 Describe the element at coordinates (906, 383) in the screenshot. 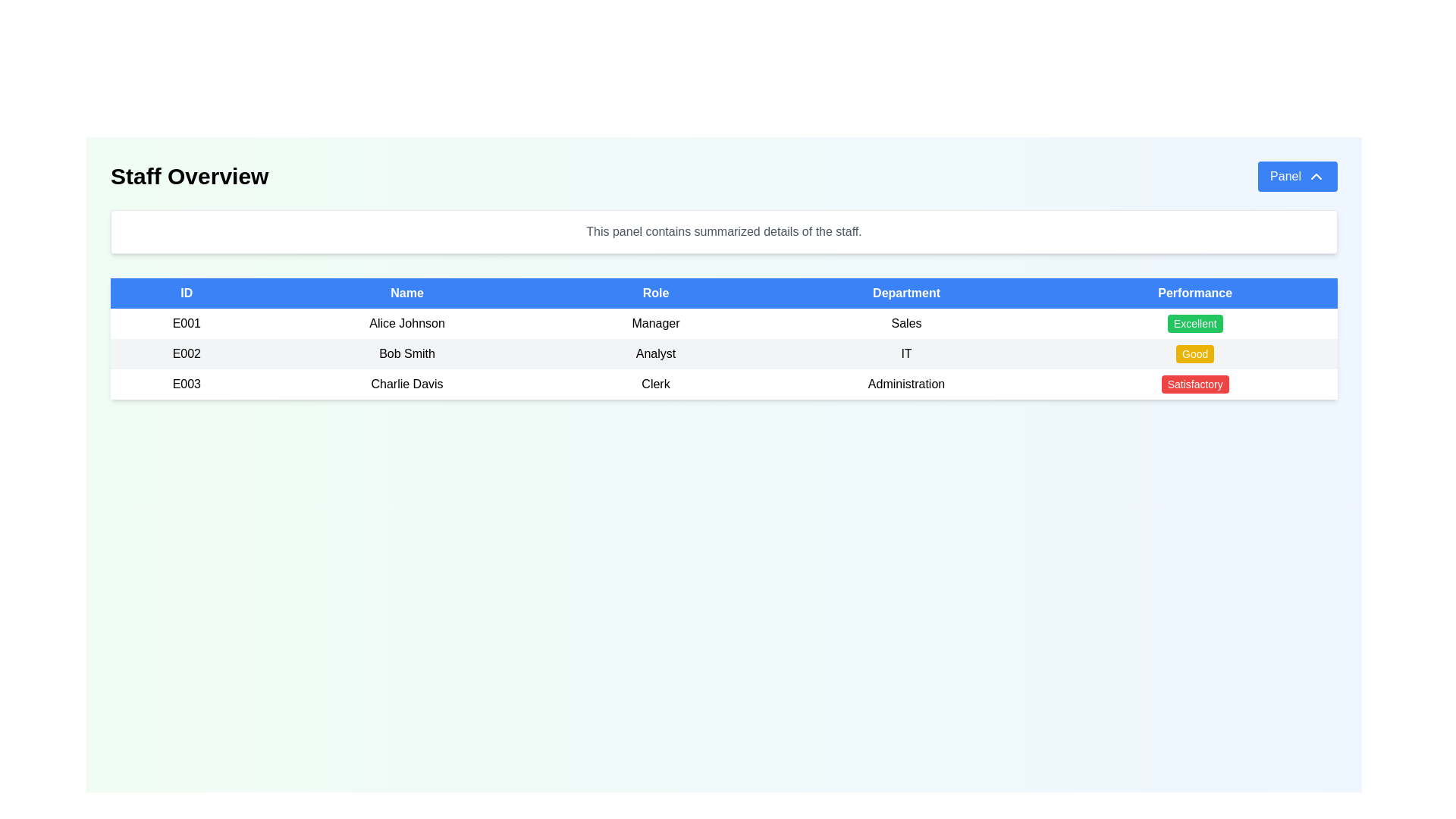

I see `the static text field displaying 'Administration' in the 'Department' column of the third row in the 'Staff Overview' table` at that location.